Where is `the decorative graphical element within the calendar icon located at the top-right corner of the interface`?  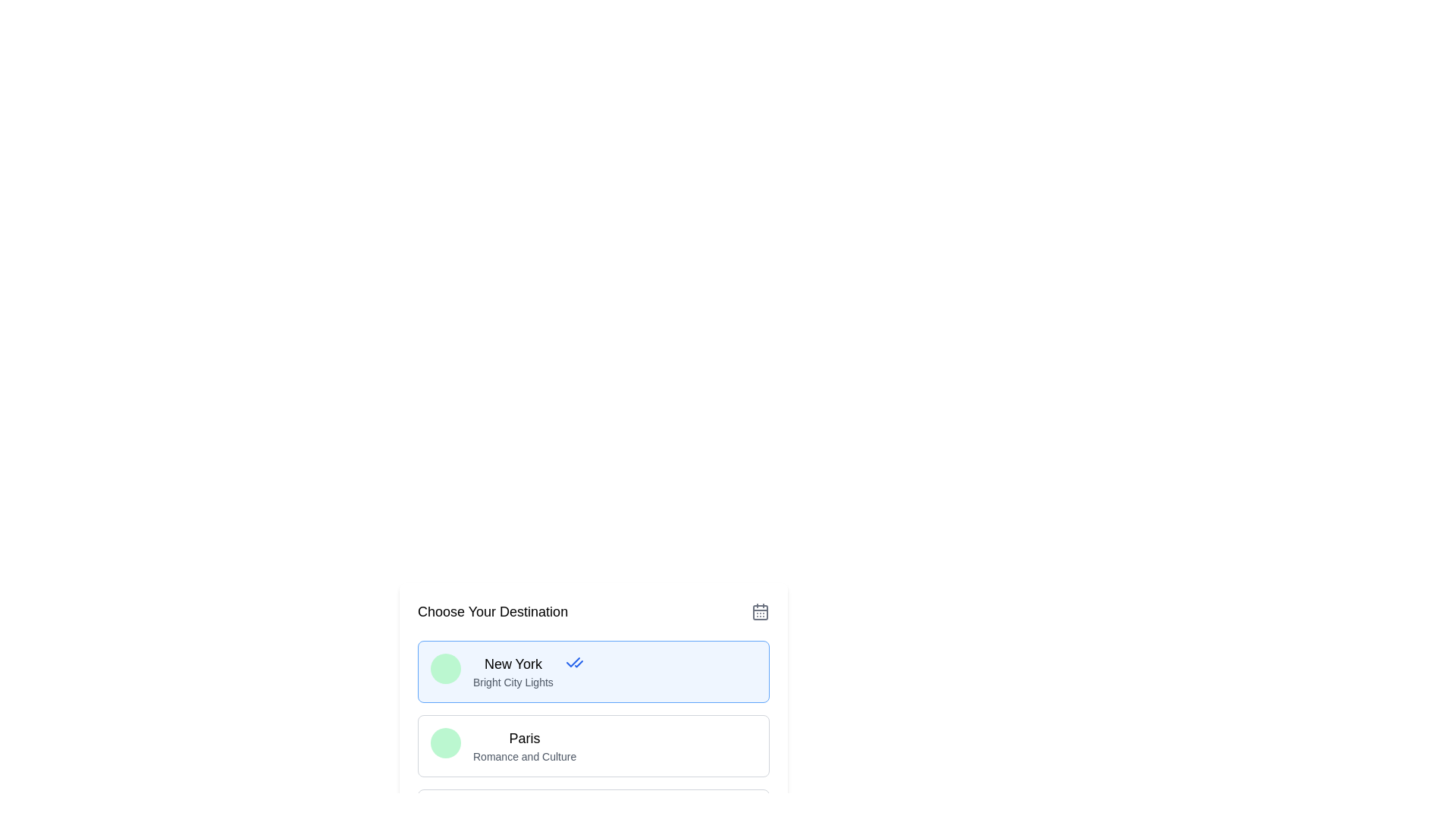
the decorative graphical element within the calendar icon located at the top-right corner of the interface is located at coordinates (761, 611).